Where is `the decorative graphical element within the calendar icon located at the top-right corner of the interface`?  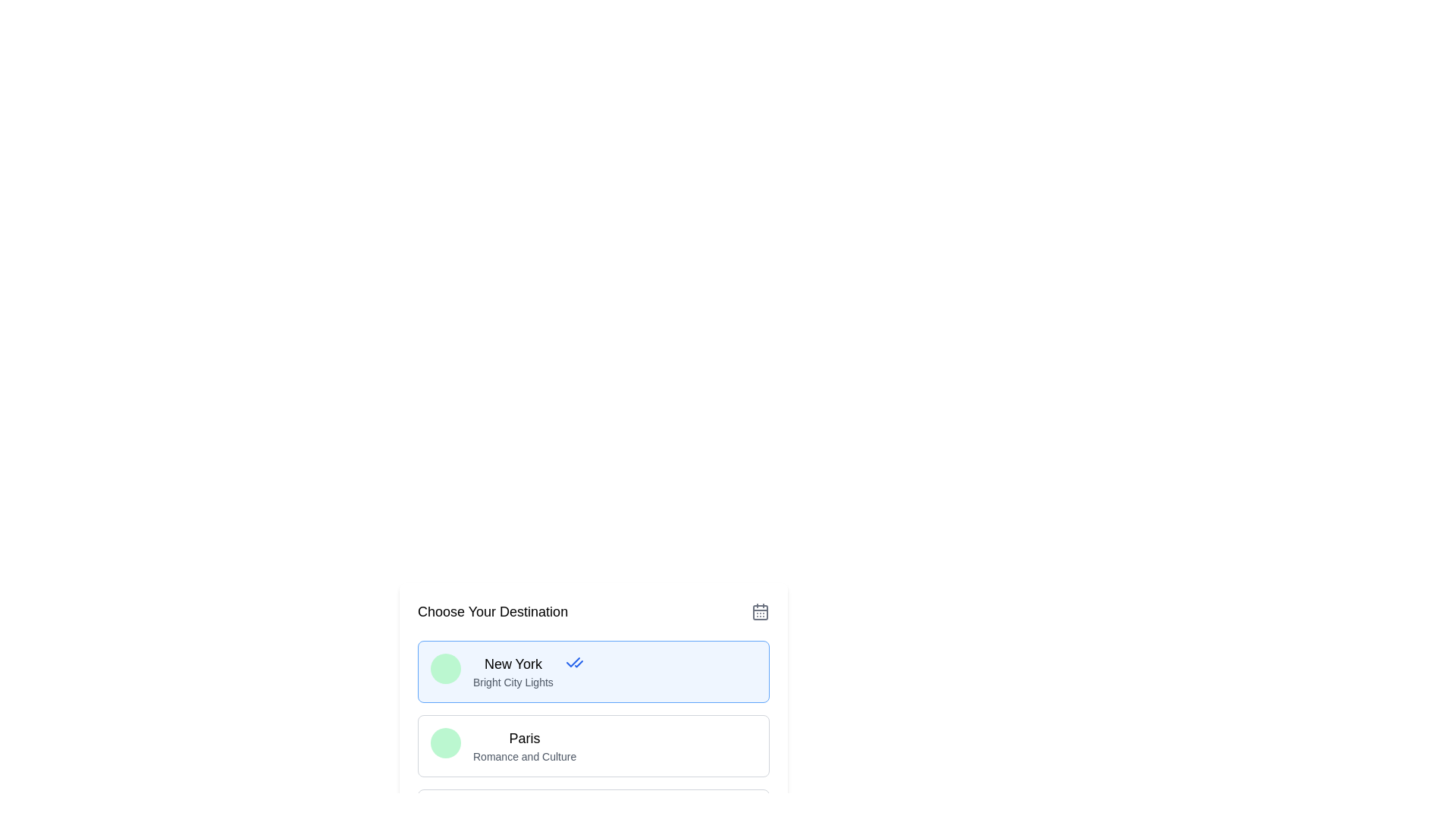
the decorative graphical element within the calendar icon located at the top-right corner of the interface is located at coordinates (761, 611).